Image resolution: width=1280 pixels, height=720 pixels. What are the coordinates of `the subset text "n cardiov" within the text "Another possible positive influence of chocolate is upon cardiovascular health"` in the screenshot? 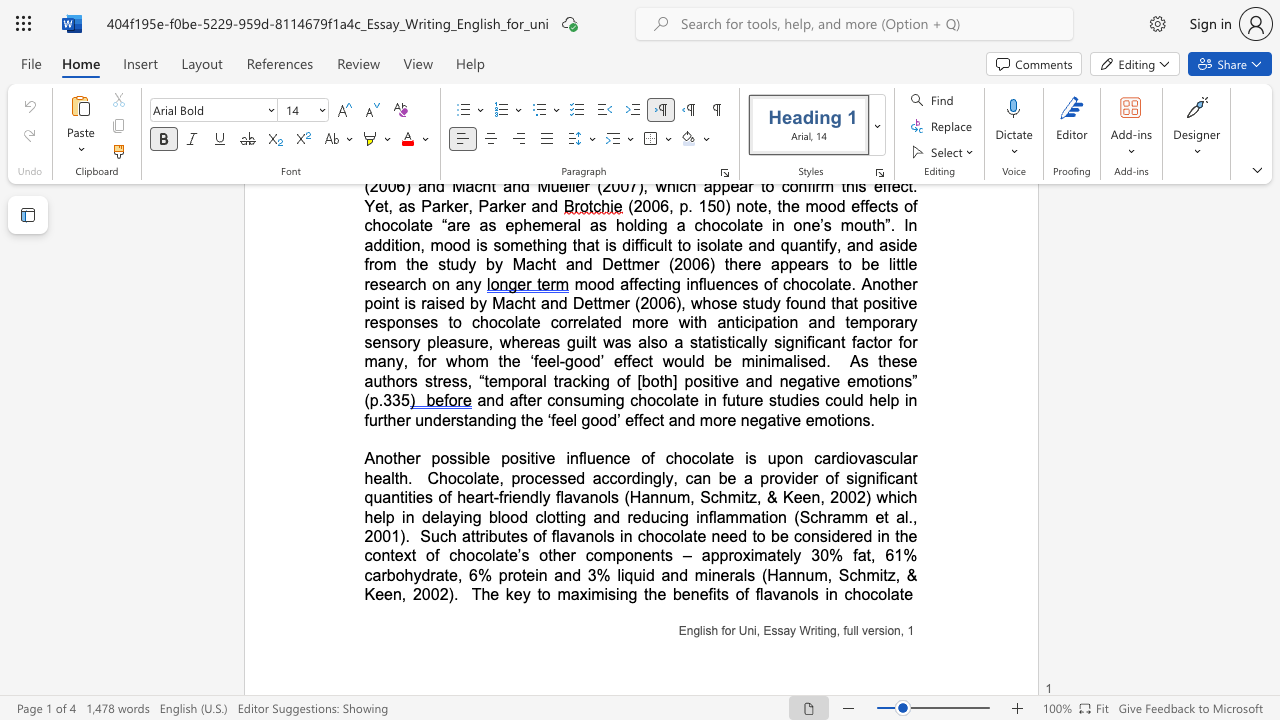 It's located at (793, 458).